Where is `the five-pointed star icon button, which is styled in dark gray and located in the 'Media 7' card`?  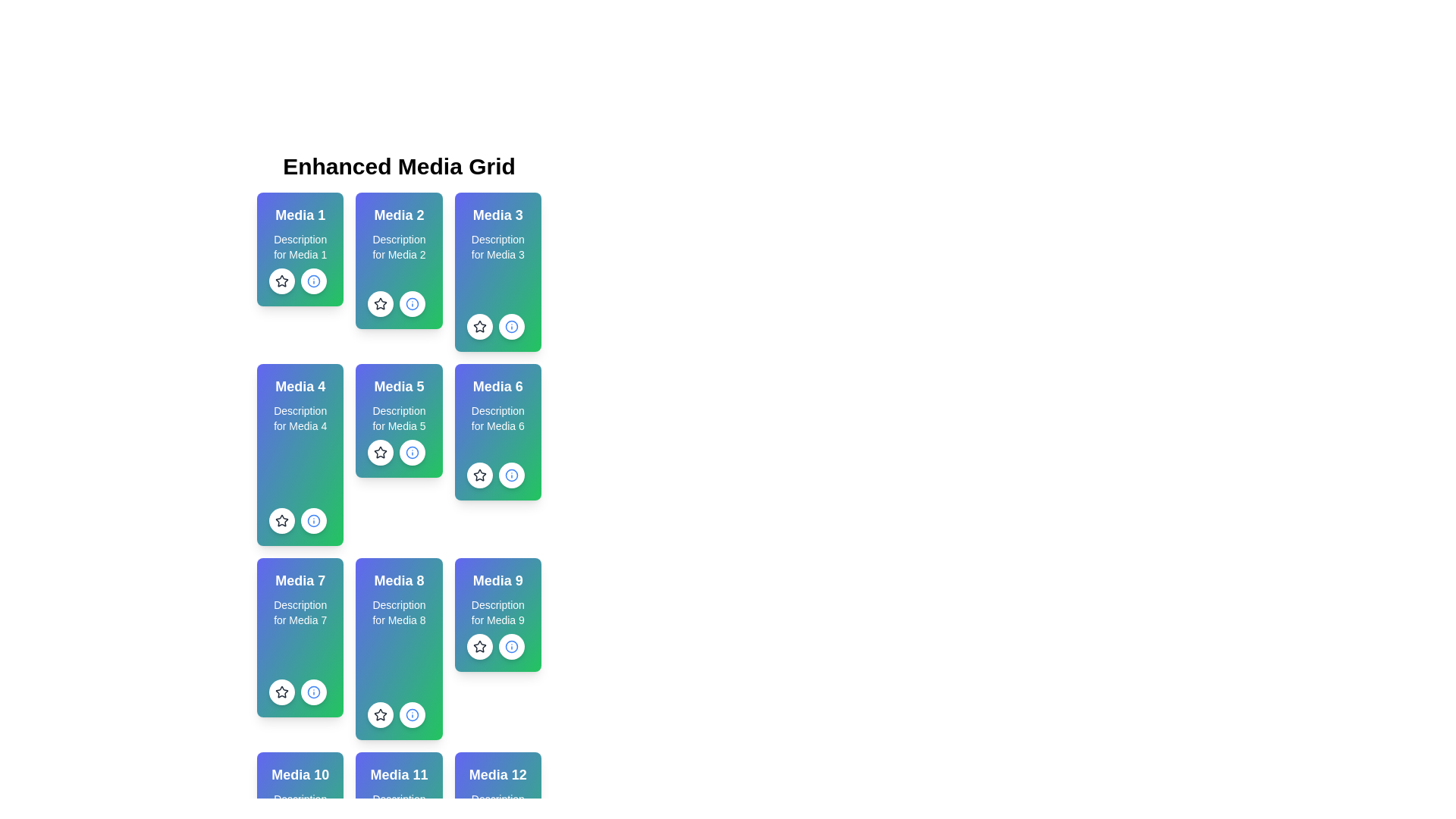 the five-pointed star icon button, which is styled in dark gray and located in the 'Media 7' card is located at coordinates (282, 692).